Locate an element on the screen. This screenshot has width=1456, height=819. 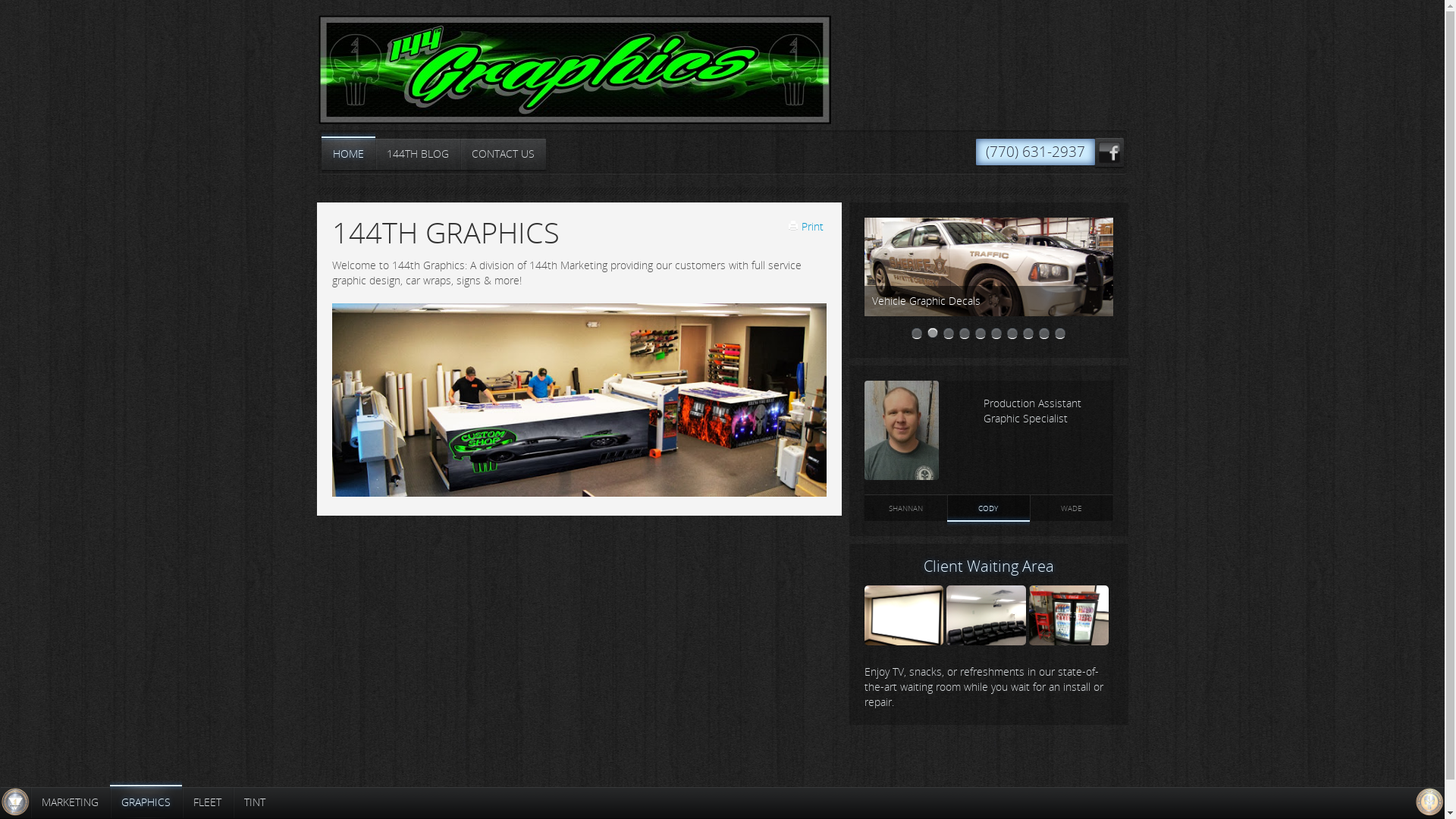
'144TH BLOG' is located at coordinates (417, 154).